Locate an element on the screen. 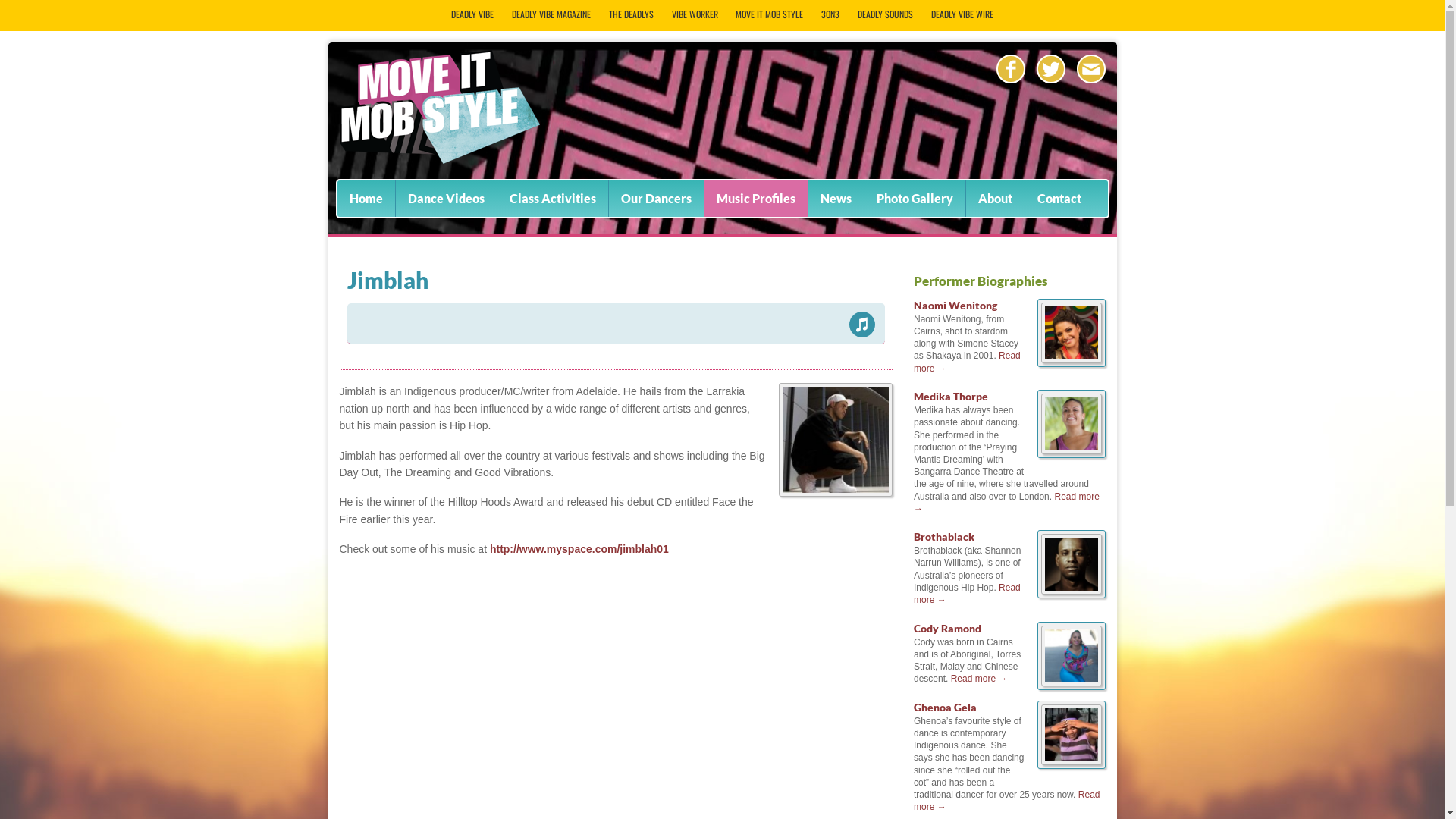 This screenshot has height=819, width=1456. 'Our Dancers' is located at coordinates (655, 198).